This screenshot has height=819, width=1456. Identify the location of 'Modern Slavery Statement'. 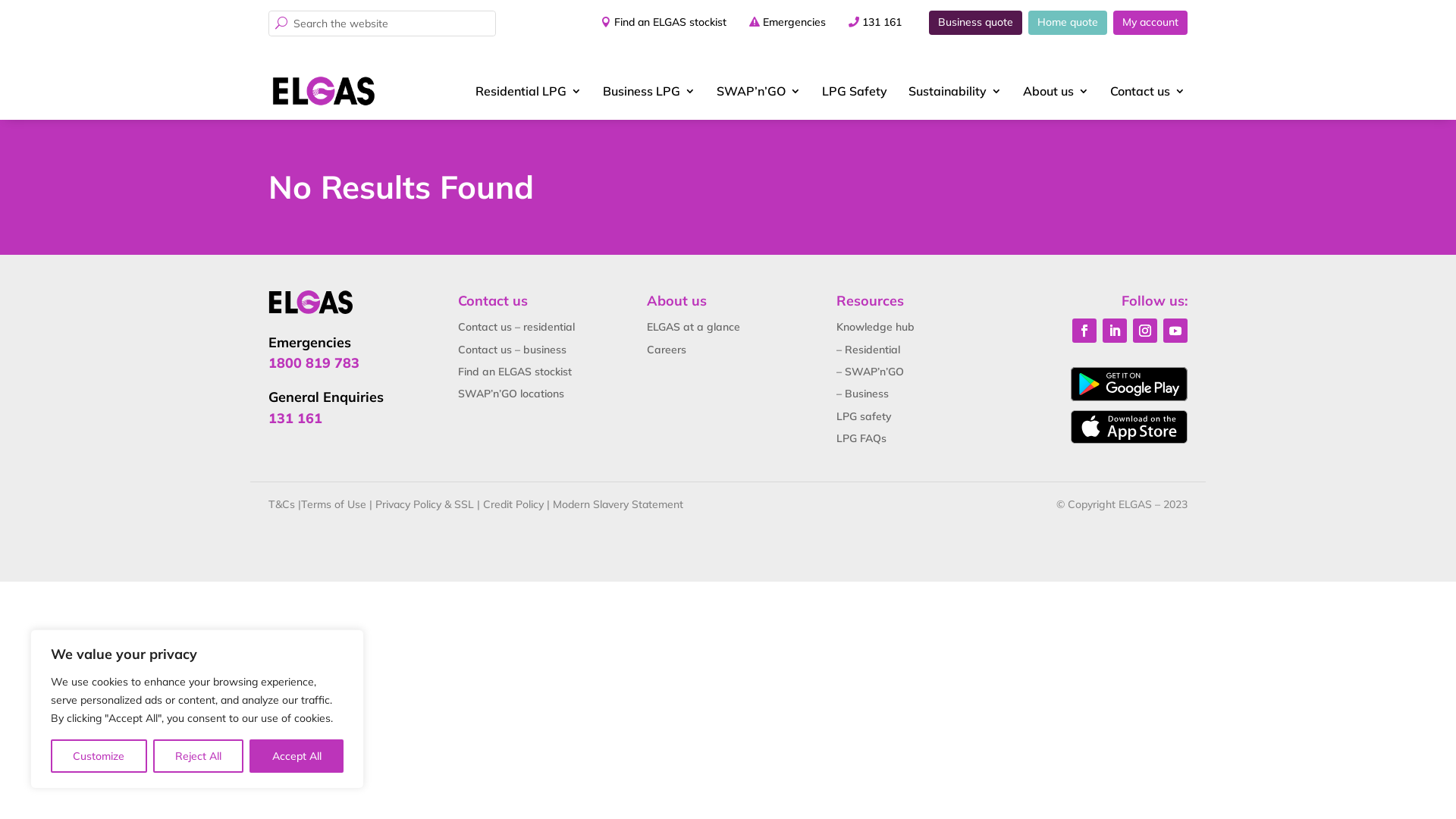
(618, 504).